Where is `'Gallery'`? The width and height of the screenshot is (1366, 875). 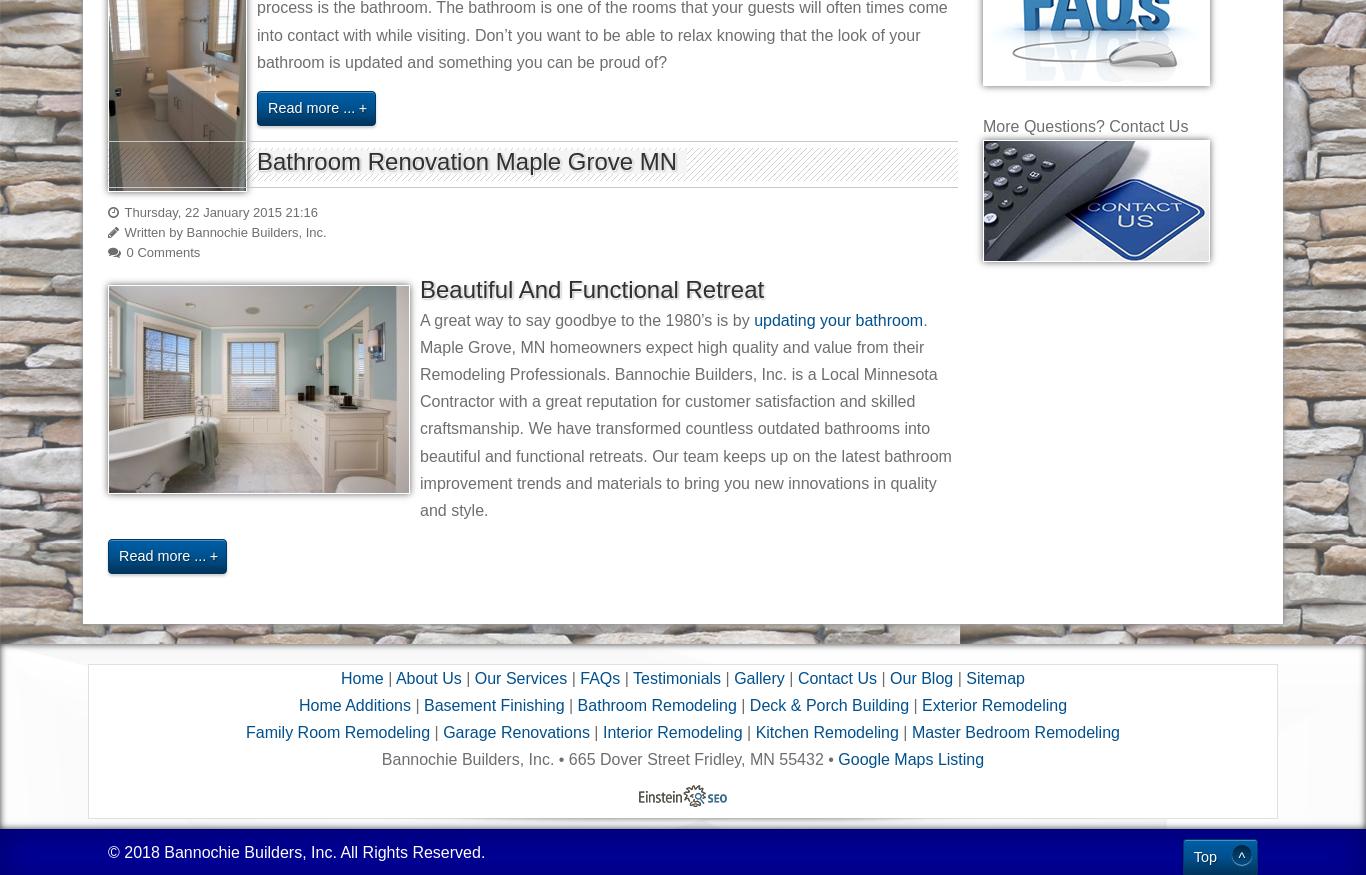
'Gallery' is located at coordinates (758, 676).